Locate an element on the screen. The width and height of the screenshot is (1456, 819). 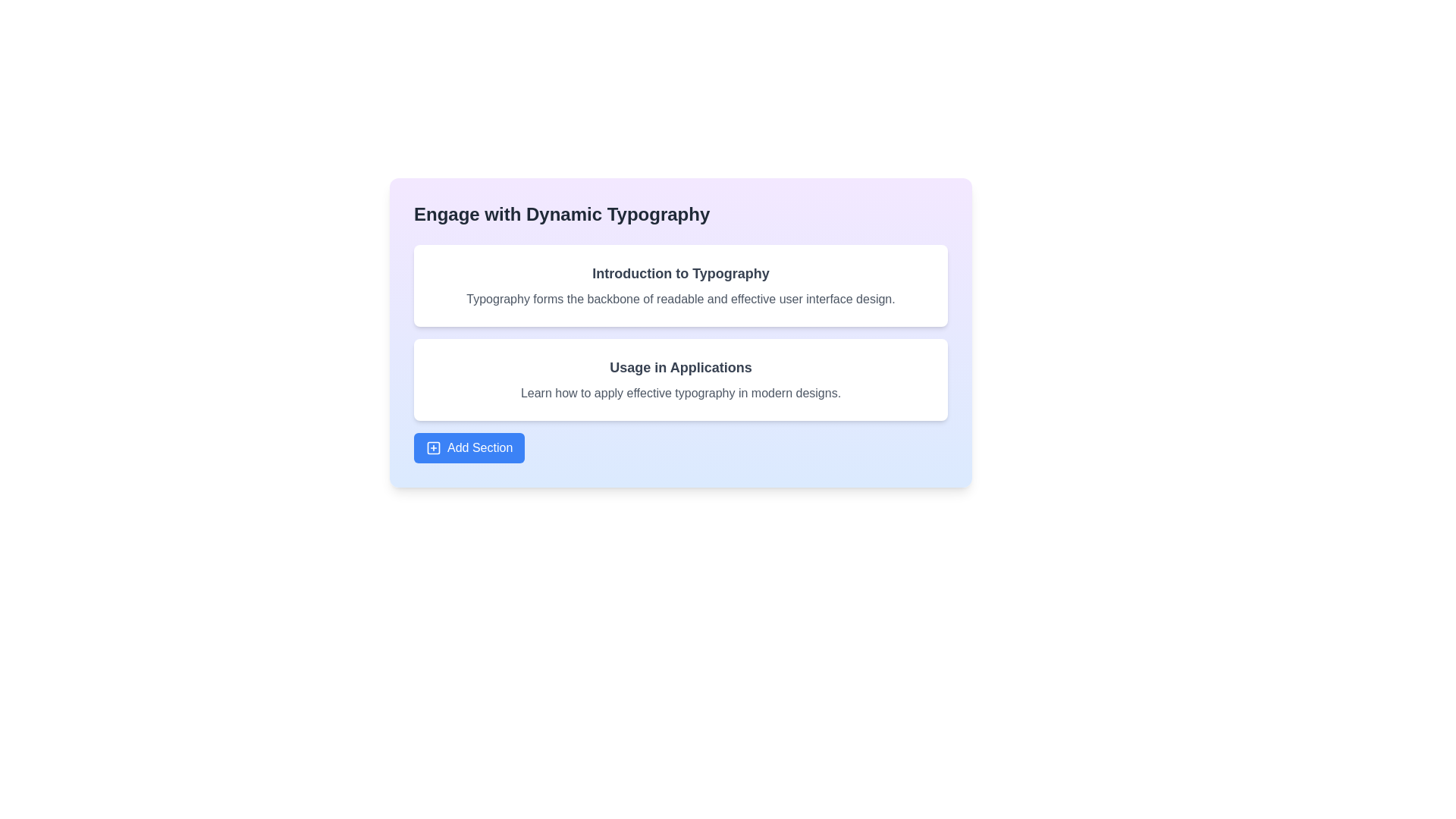
the text element that contains the sentence 'Typography forms the backbone of readable and effective user interface design.', located underneath the header 'Introduction to Typography' in a white card is located at coordinates (679, 299).